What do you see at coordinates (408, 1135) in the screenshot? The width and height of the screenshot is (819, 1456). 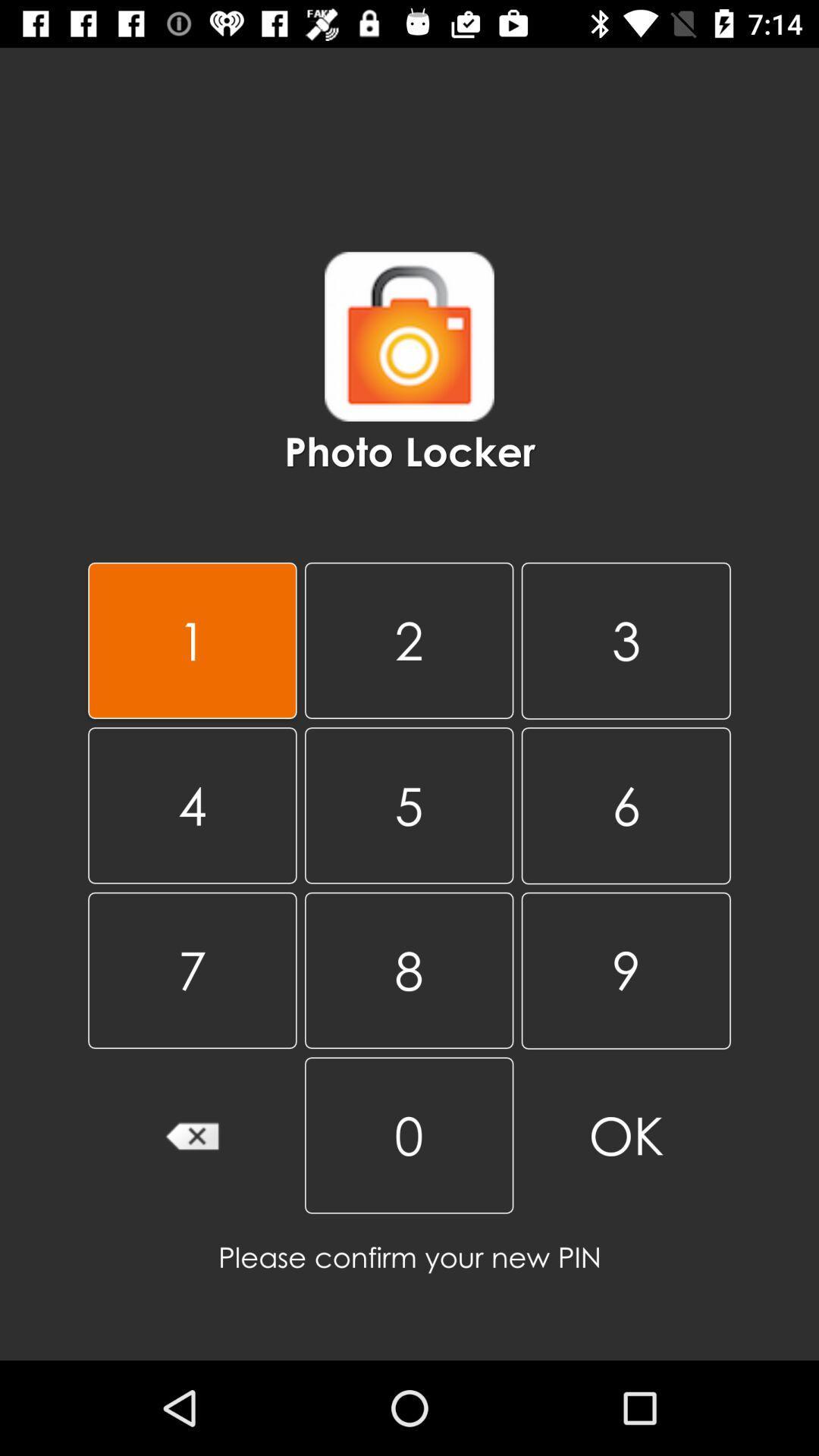 I see `the icon below the 9` at bounding box center [408, 1135].